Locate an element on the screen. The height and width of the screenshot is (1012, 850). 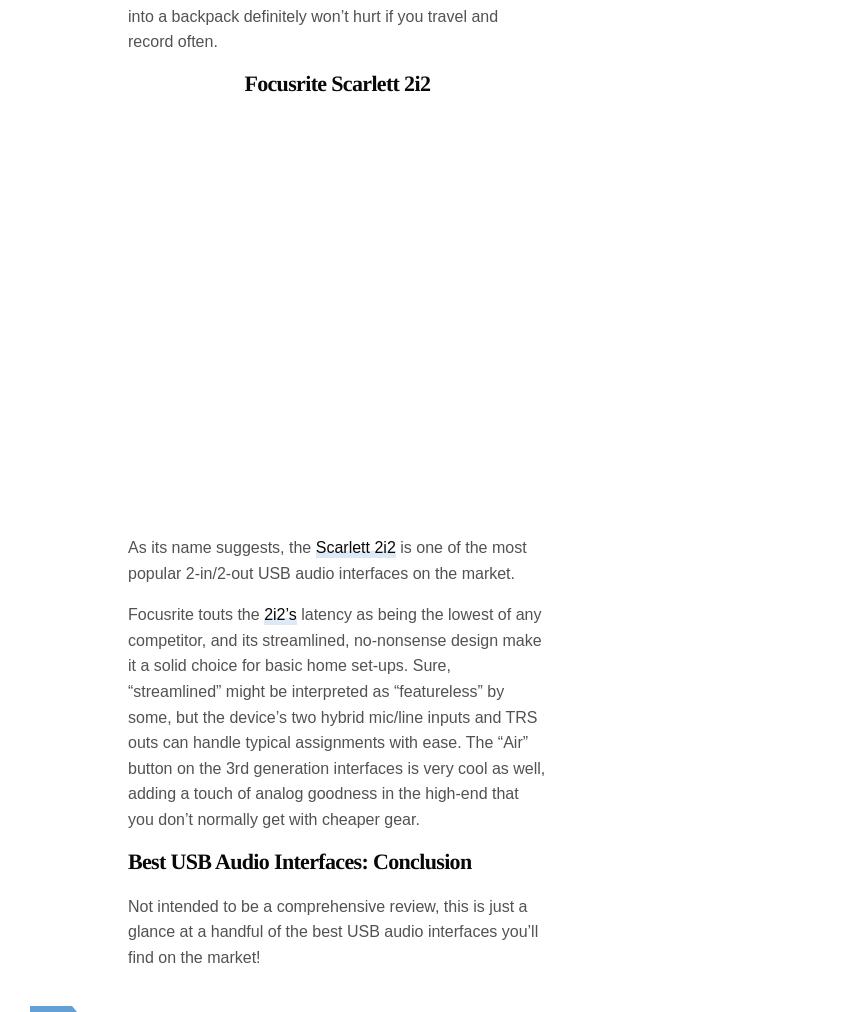
'Best USB Audio Interfaces: Conclusion' is located at coordinates (299, 699).